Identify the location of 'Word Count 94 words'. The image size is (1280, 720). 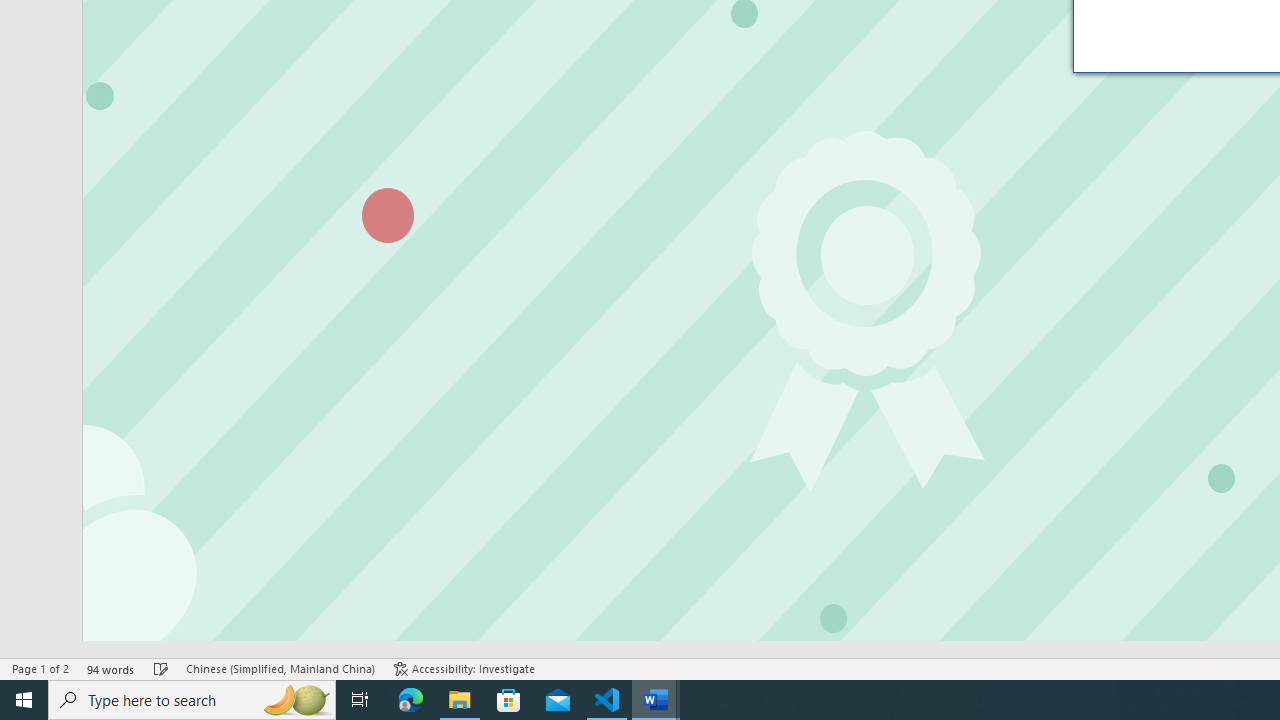
(110, 669).